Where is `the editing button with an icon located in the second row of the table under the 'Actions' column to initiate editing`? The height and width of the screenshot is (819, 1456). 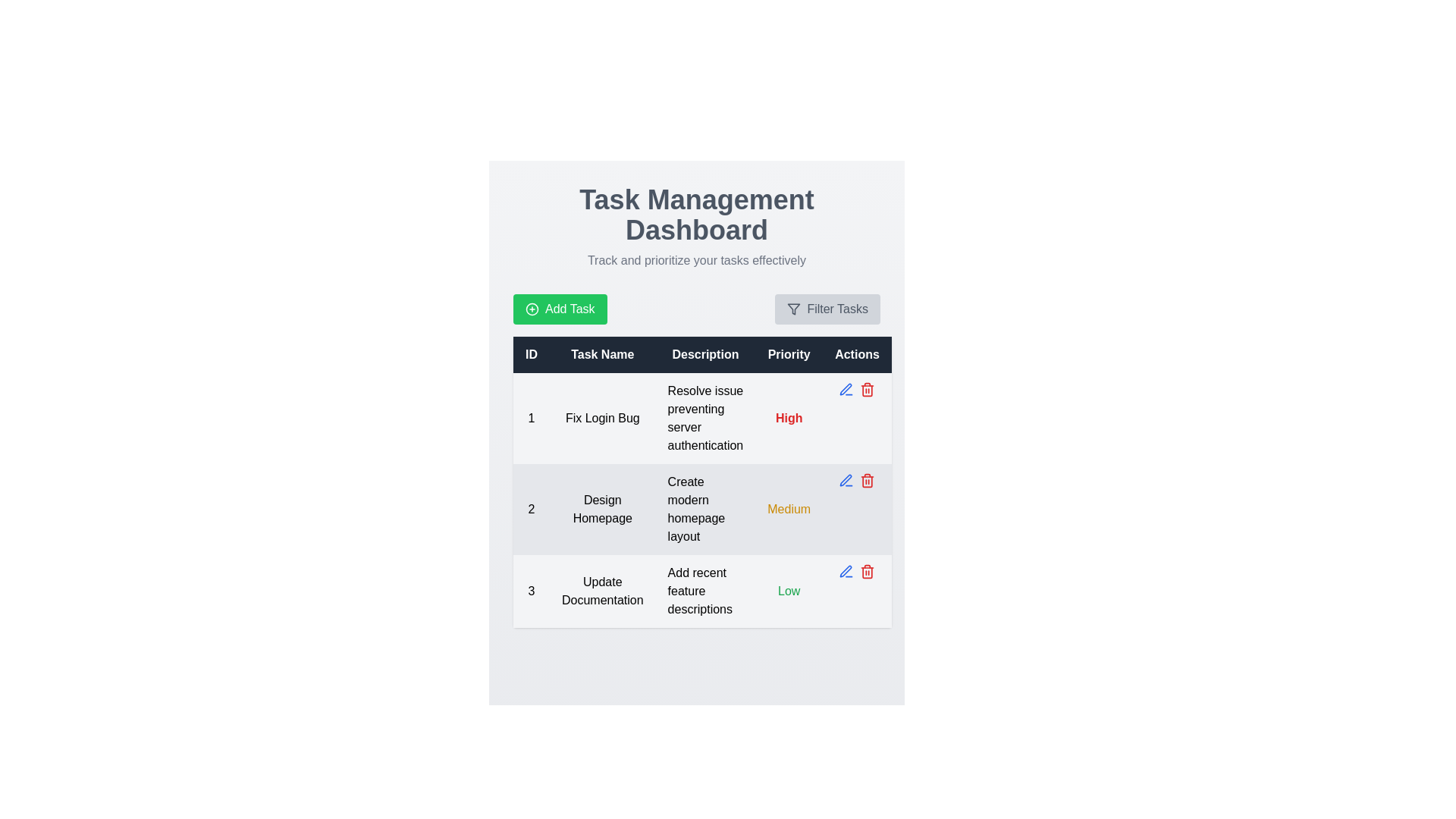 the editing button with an icon located in the second row of the table under the 'Actions' column to initiate editing is located at coordinates (846, 388).